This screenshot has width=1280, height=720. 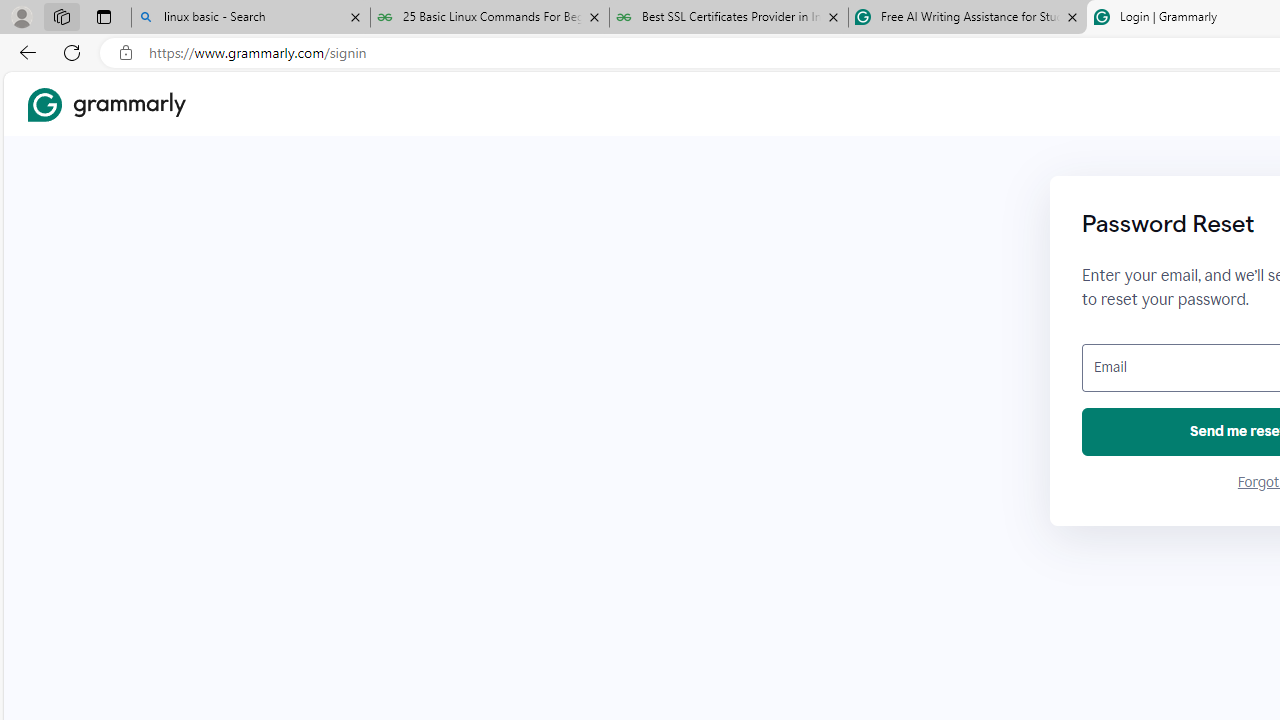 What do you see at coordinates (105, 104) in the screenshot?
I see `'Grammarly Home'` at bounding box center [105, 104].